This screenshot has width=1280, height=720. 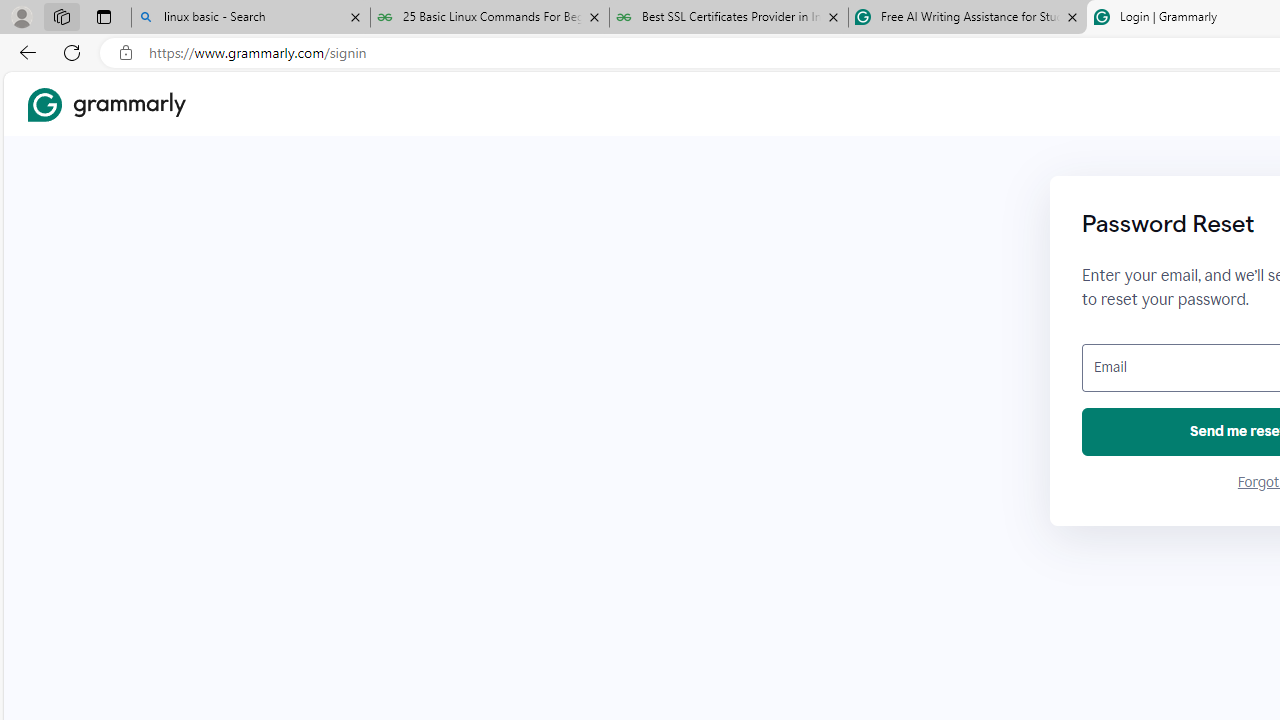 What do you see at coordinates (105, 104) in the screenshot?
I see `'Grammarly Home'` at bounding box center [105, 104].